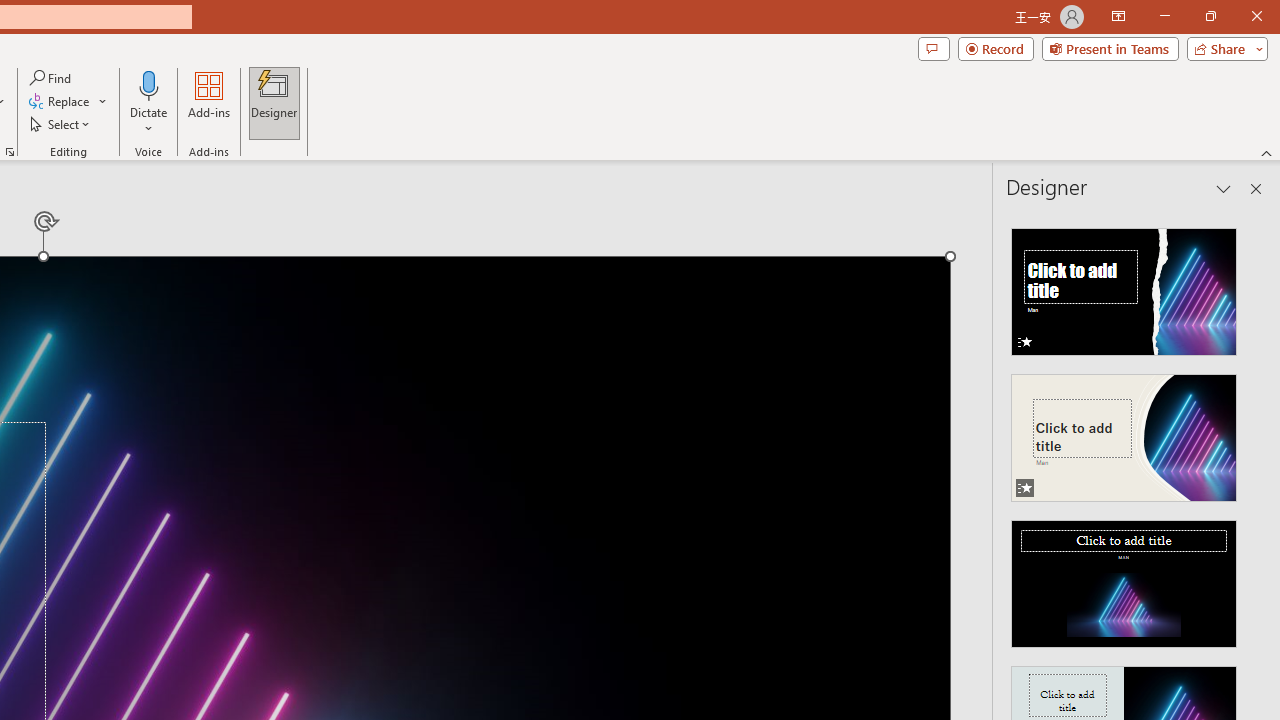 Image resolution: width=1280 pixels, height=720 pixels. Describe the element at coordinates (1223, 189) in the screenshot. I see `'Task Pane Options'` at that location.